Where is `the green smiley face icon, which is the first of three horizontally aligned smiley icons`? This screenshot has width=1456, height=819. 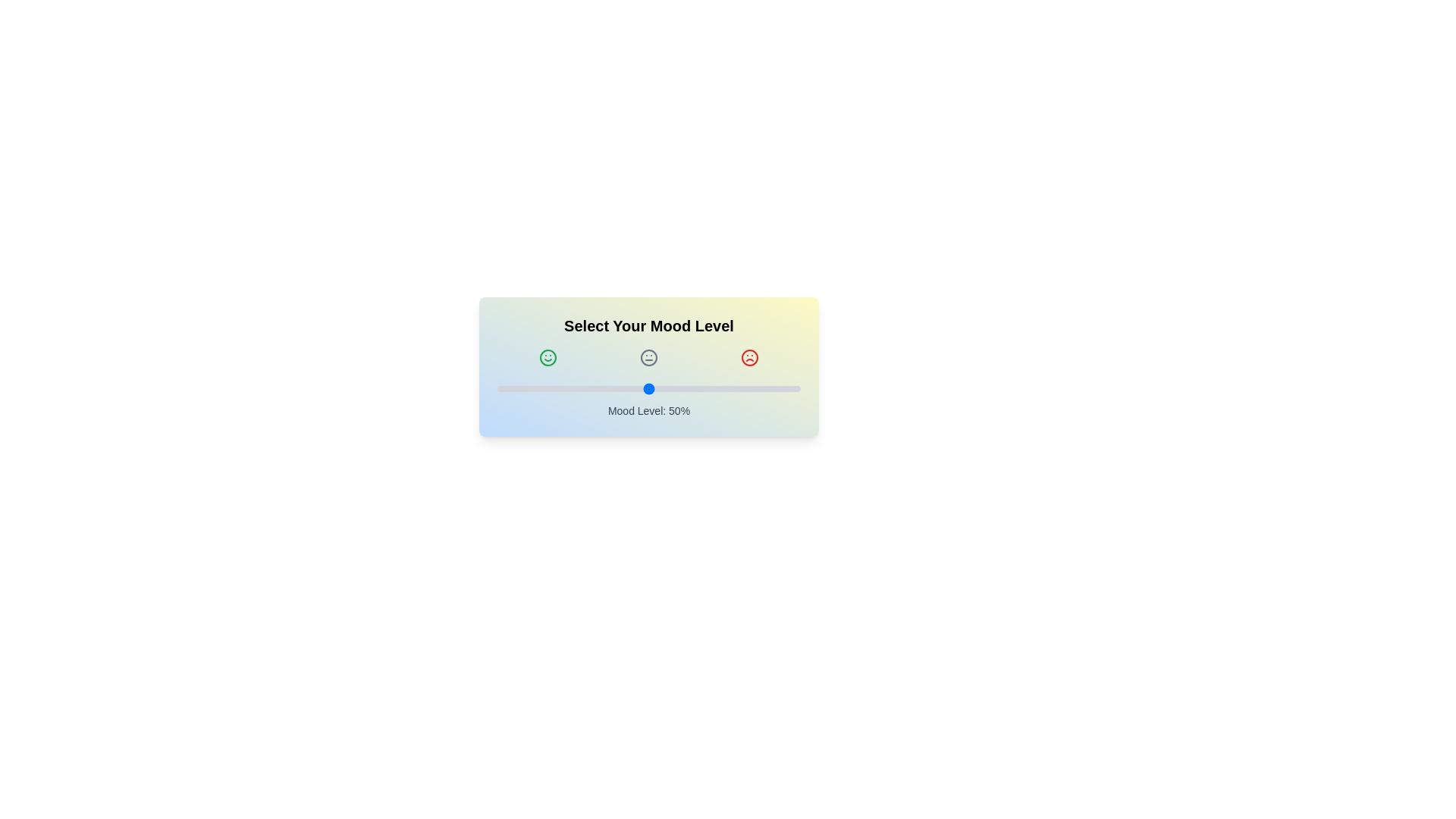
the green smiley face icon, which is the first of three horizontally aligned smiley icons is located at coordinates (547, 357).